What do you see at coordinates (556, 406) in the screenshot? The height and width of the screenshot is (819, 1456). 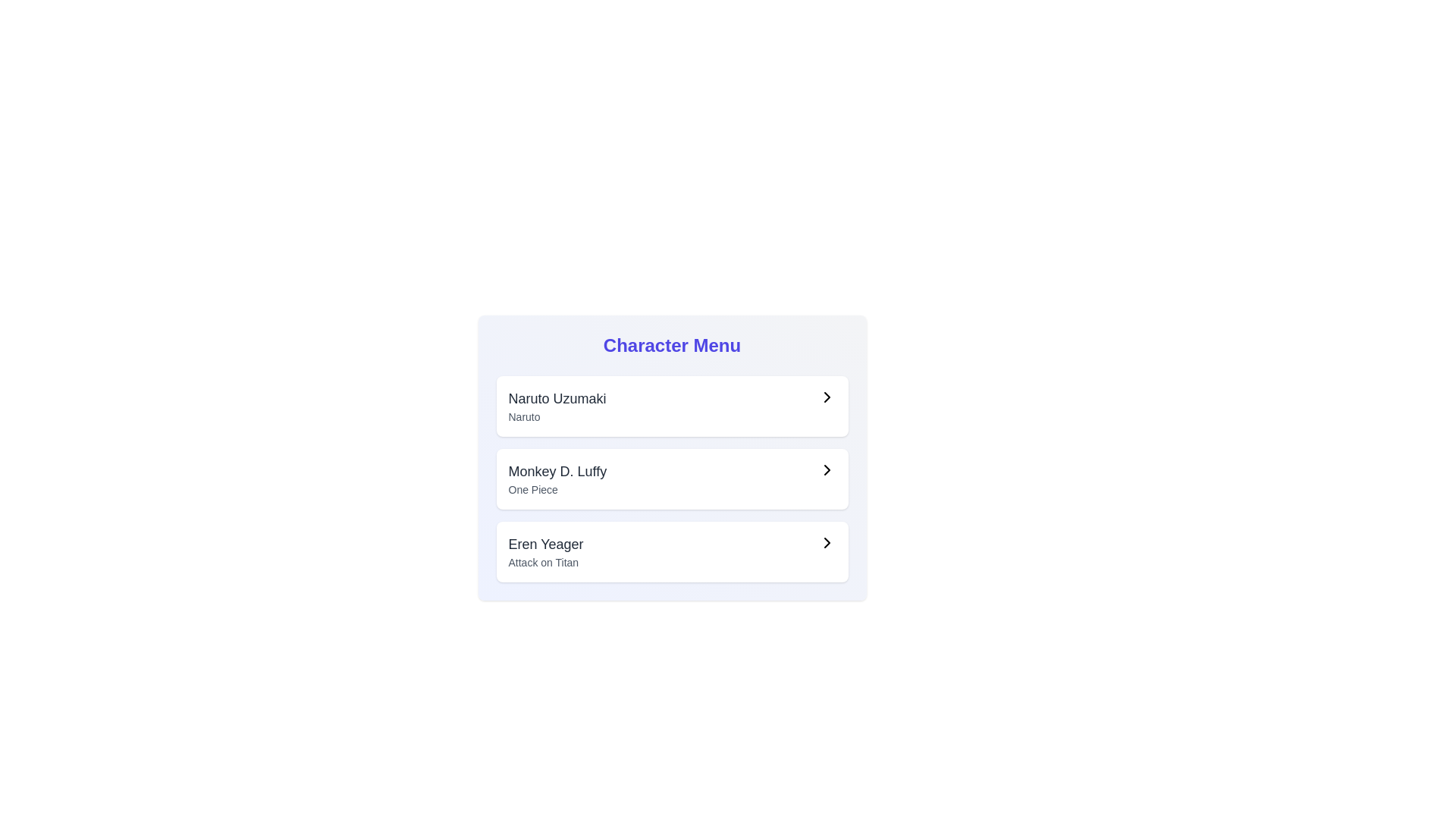 I see `the topmost entry in the character menu list` at bounding box center [556, 406].